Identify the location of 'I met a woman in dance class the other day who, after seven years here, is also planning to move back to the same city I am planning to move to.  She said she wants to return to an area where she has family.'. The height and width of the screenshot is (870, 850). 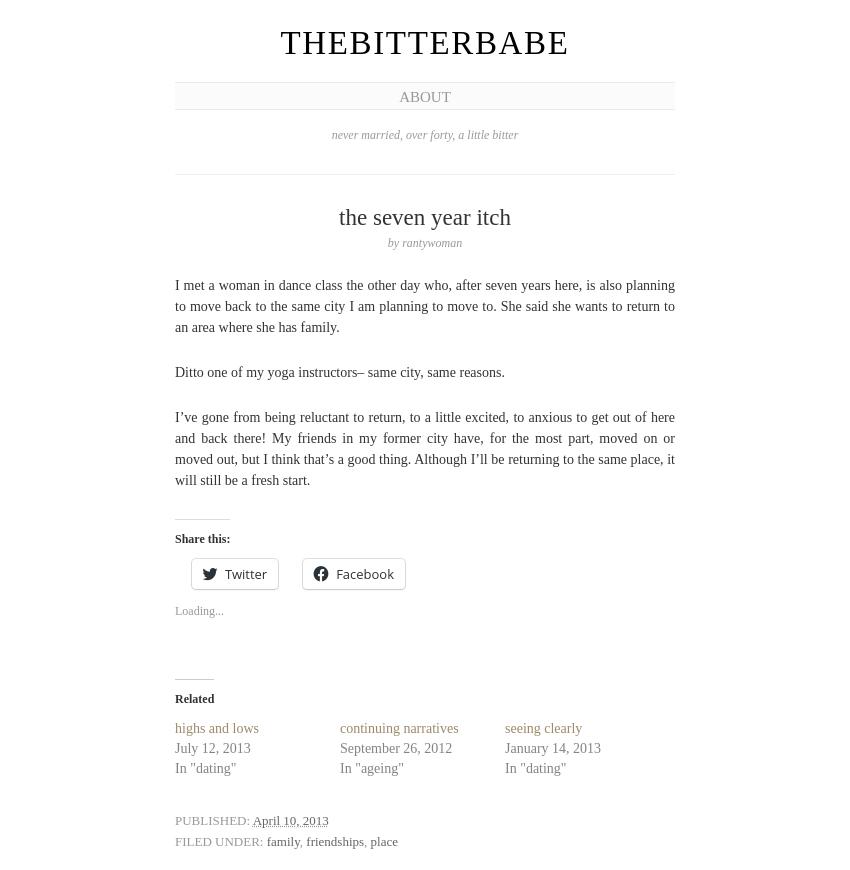
(425, 306).